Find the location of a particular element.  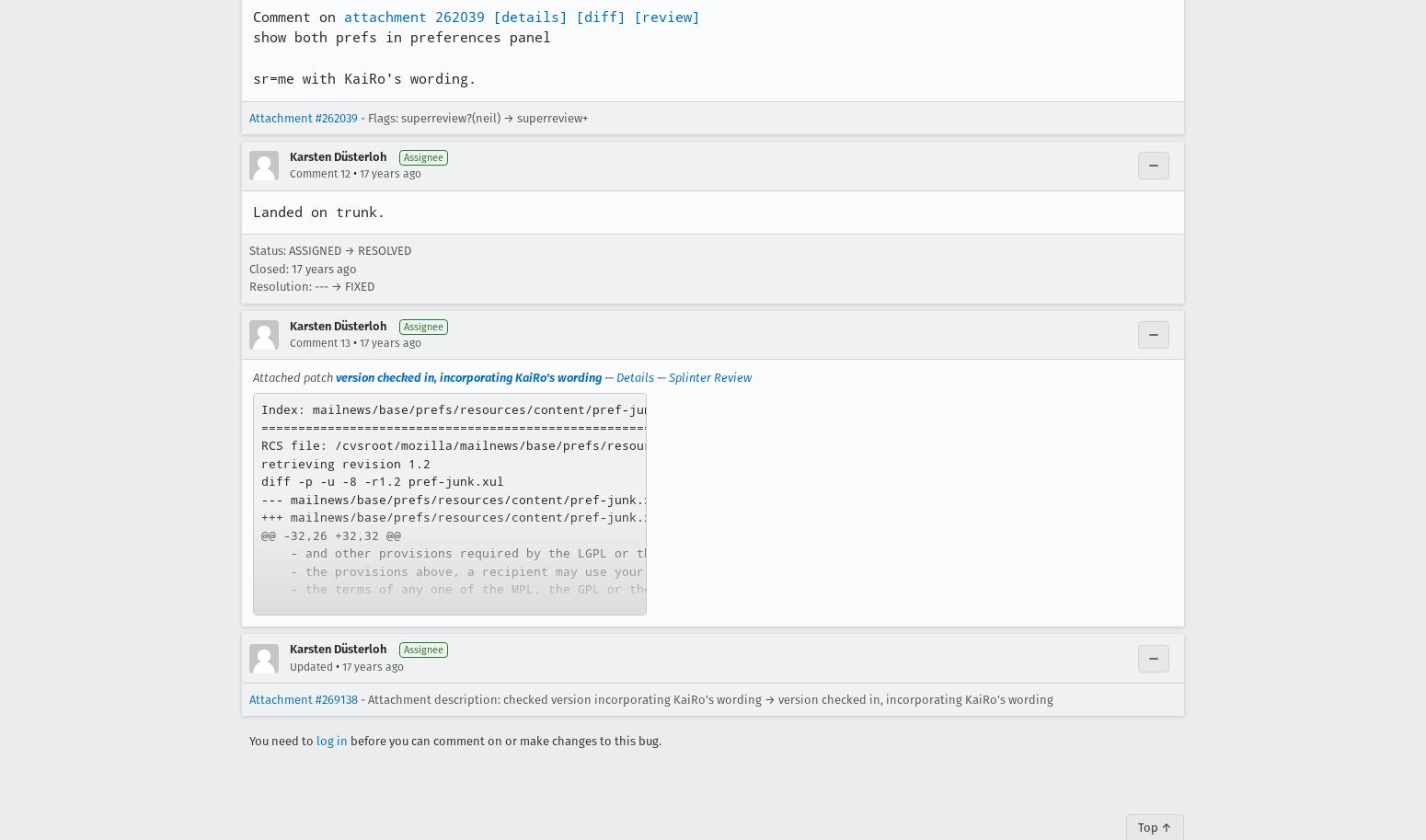

'Closed:' is located at coordinates (270, 267).